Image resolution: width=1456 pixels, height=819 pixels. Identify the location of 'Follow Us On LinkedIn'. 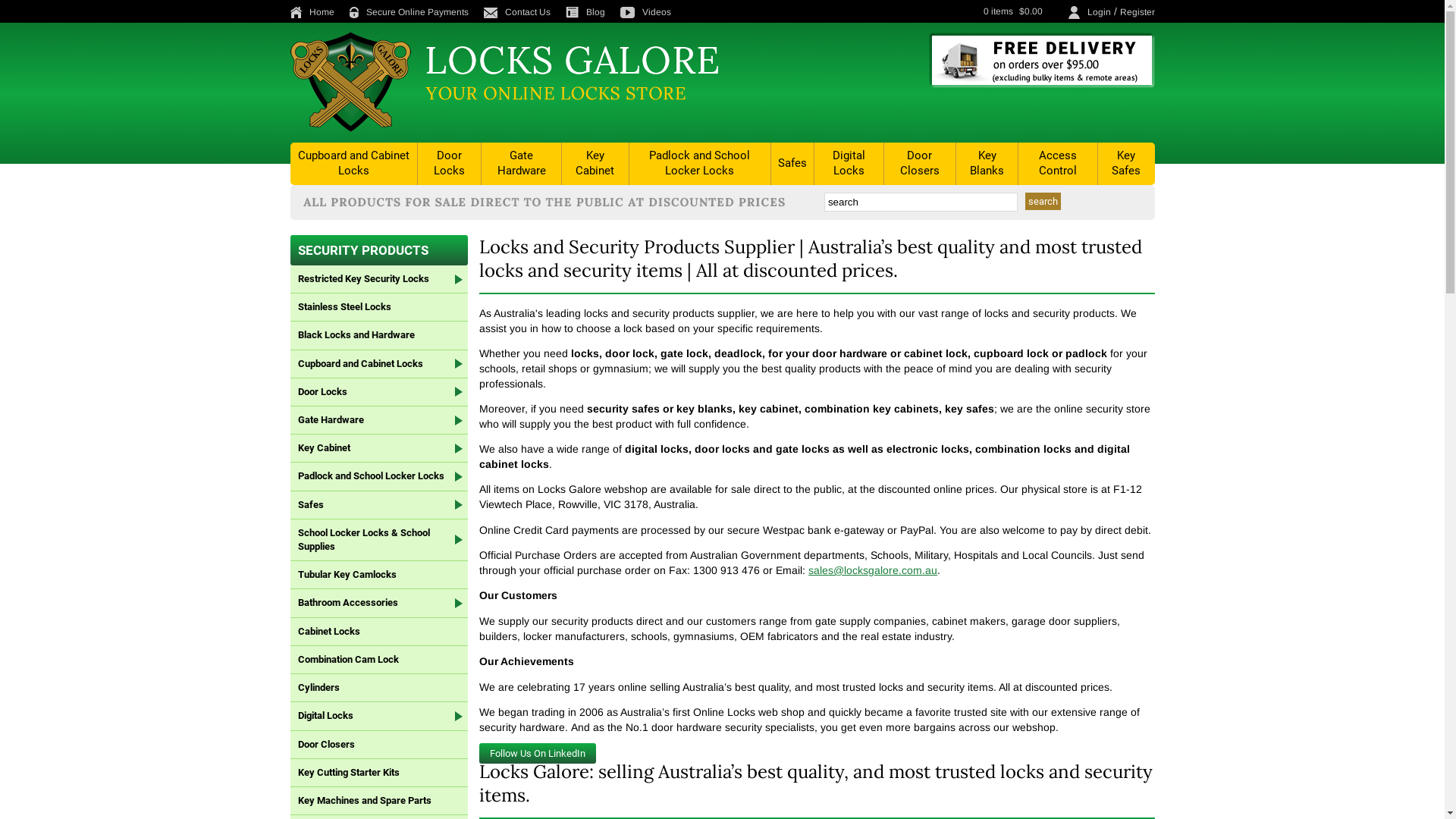
(538, 753).